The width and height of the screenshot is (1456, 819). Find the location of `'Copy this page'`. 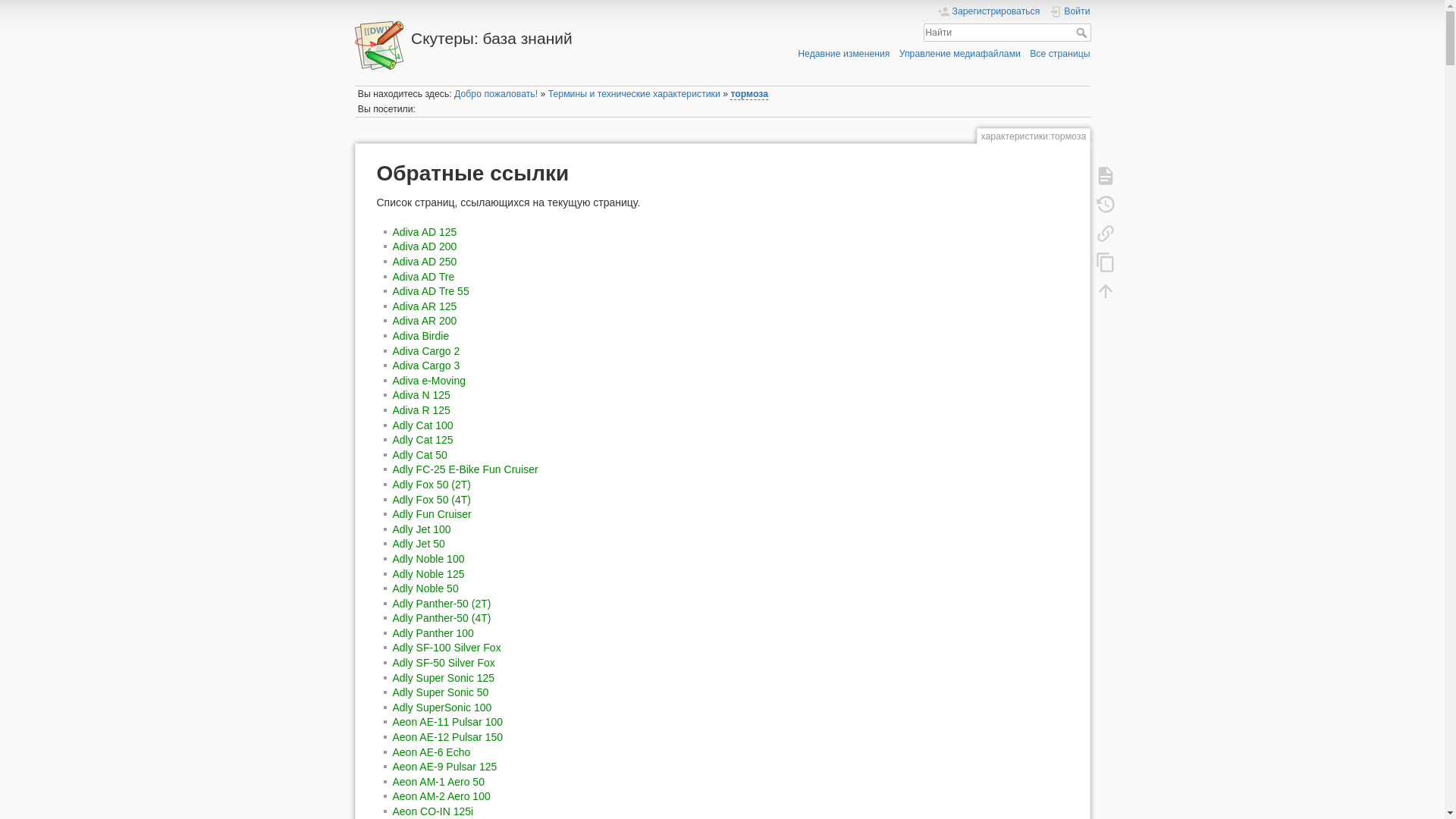

'Copy this page' is located at coordinates (1087, 260).